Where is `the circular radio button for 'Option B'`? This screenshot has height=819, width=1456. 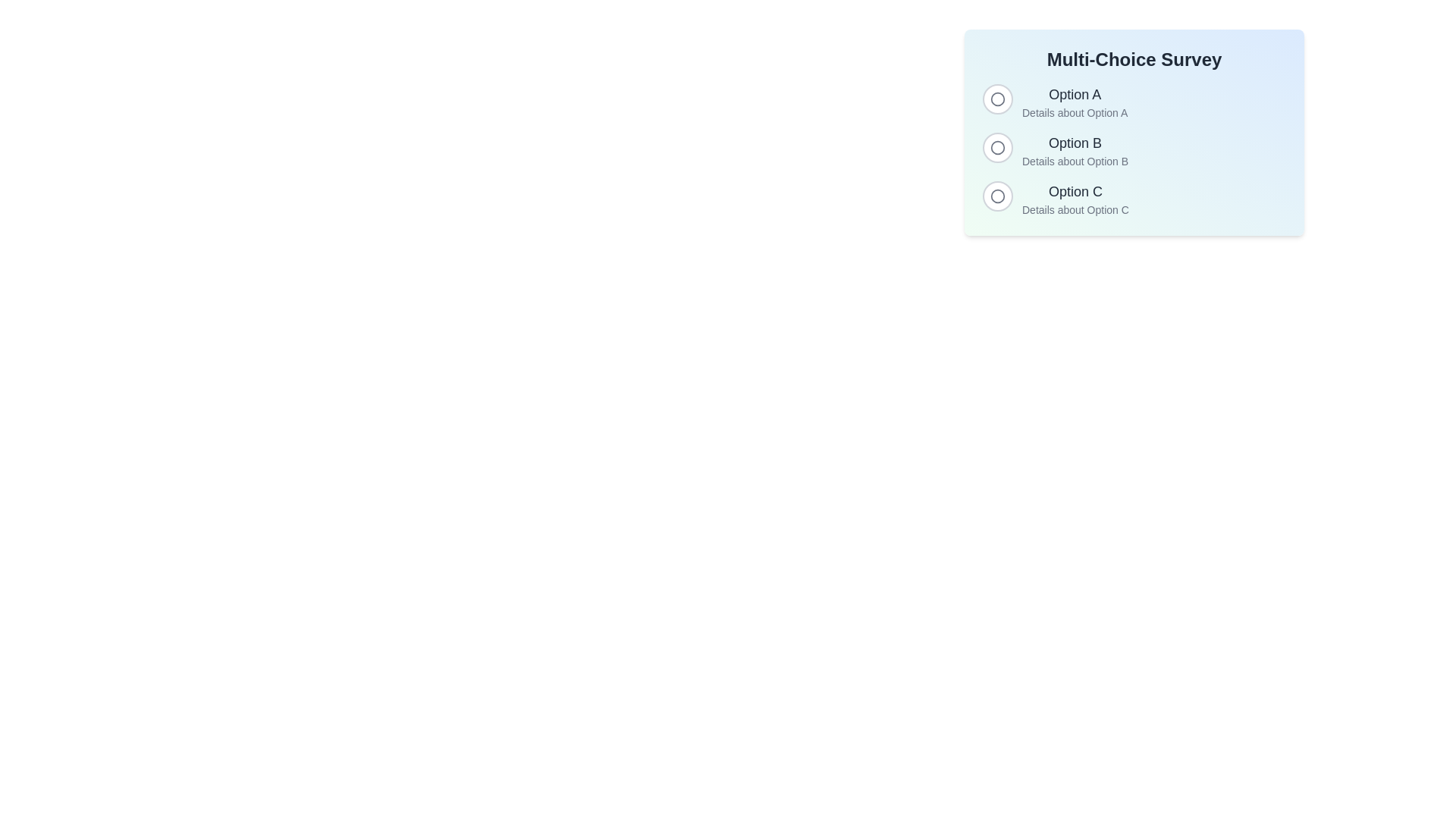
the circular radio button for 'Option B' is located at coordinates (997, 148).